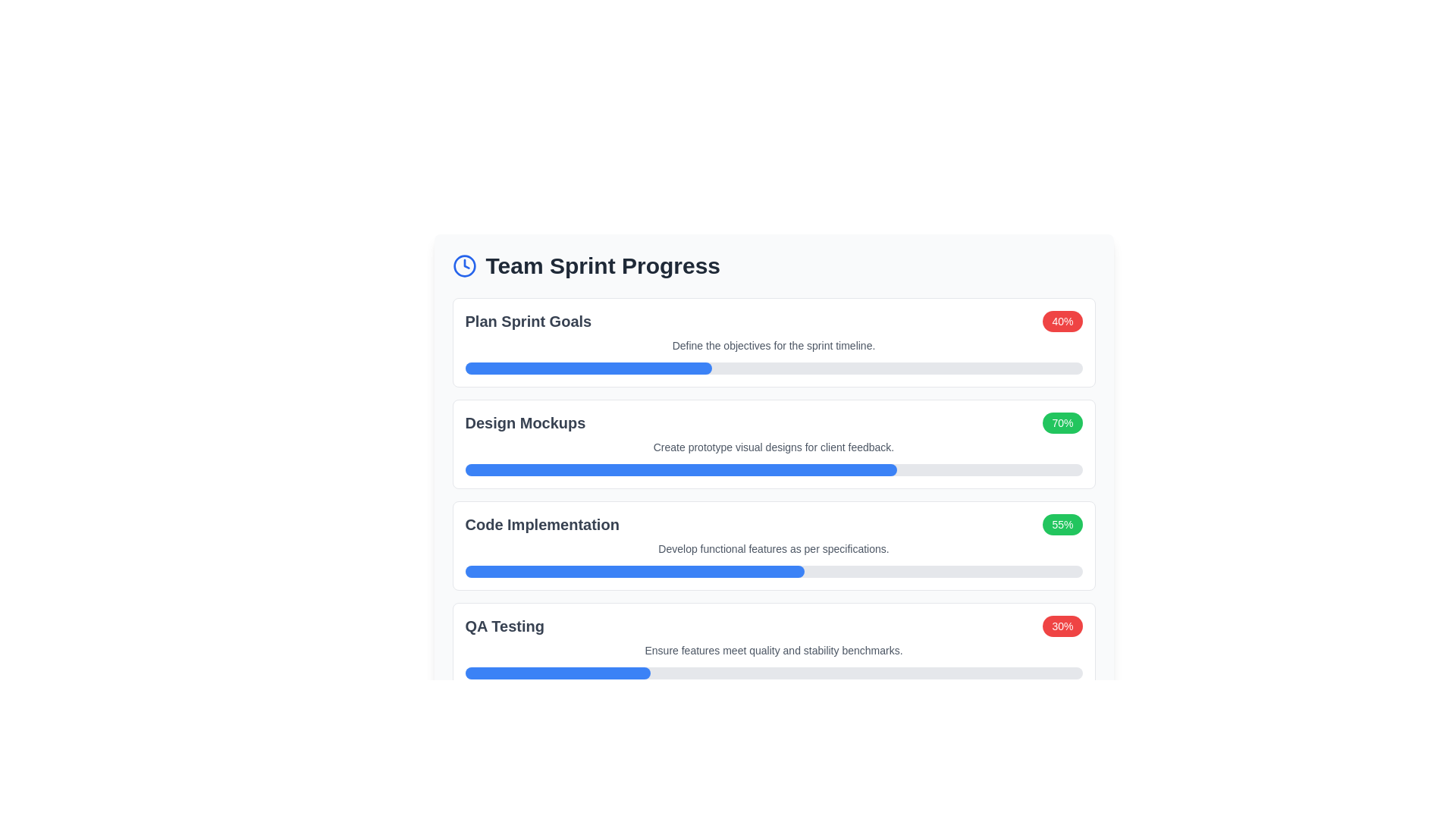 The width and height of the screenshot is (1456, 819). Describe the element at coordinates (504, 626) in the screenshot. I see `text label displaying 'QA Testing' in bold, dark gray font located at the bottom-most section of a vertical list, just above the '30%' progress indication` at that location.